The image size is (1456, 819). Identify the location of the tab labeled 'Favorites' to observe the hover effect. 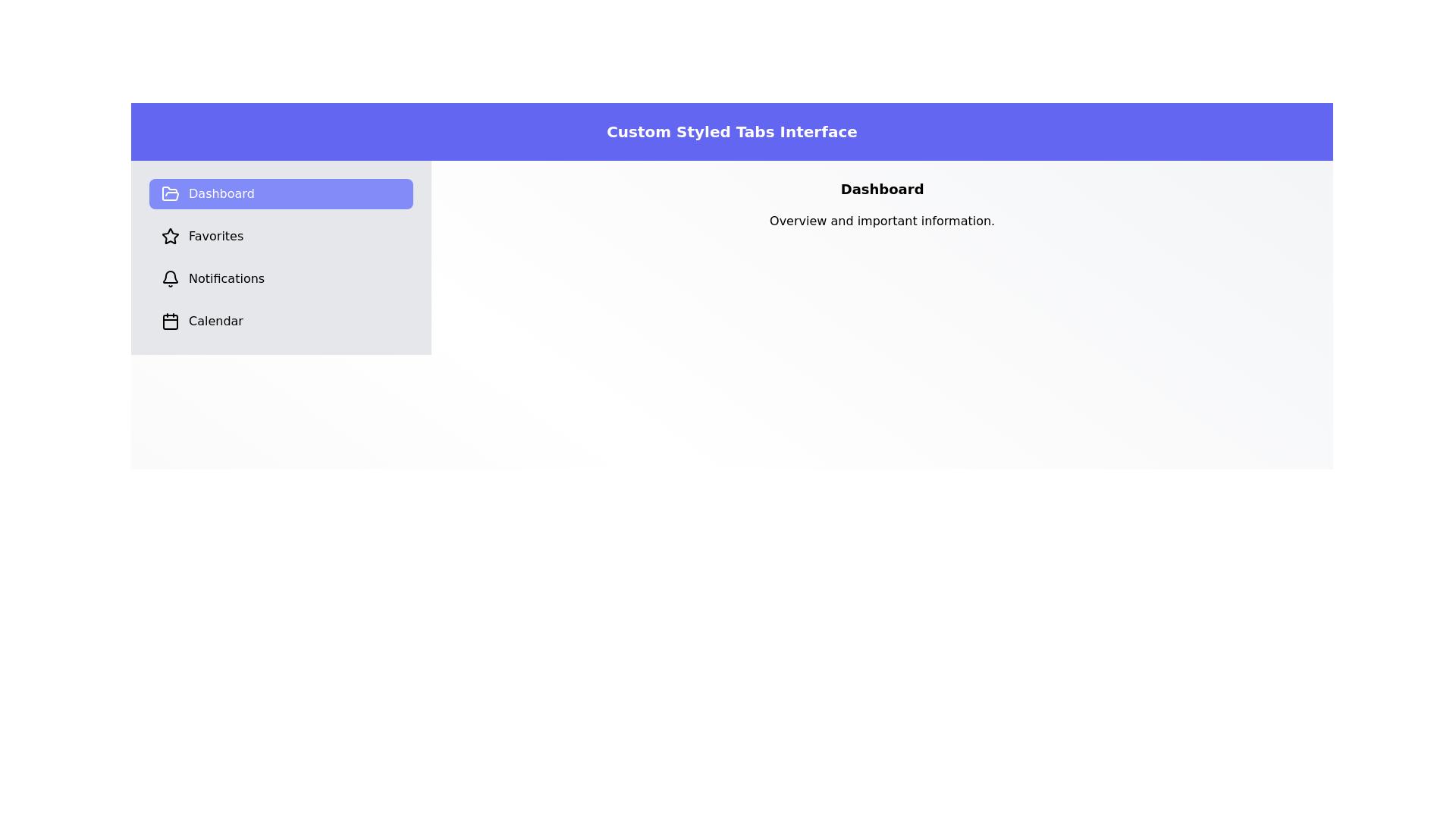
(281, 237).